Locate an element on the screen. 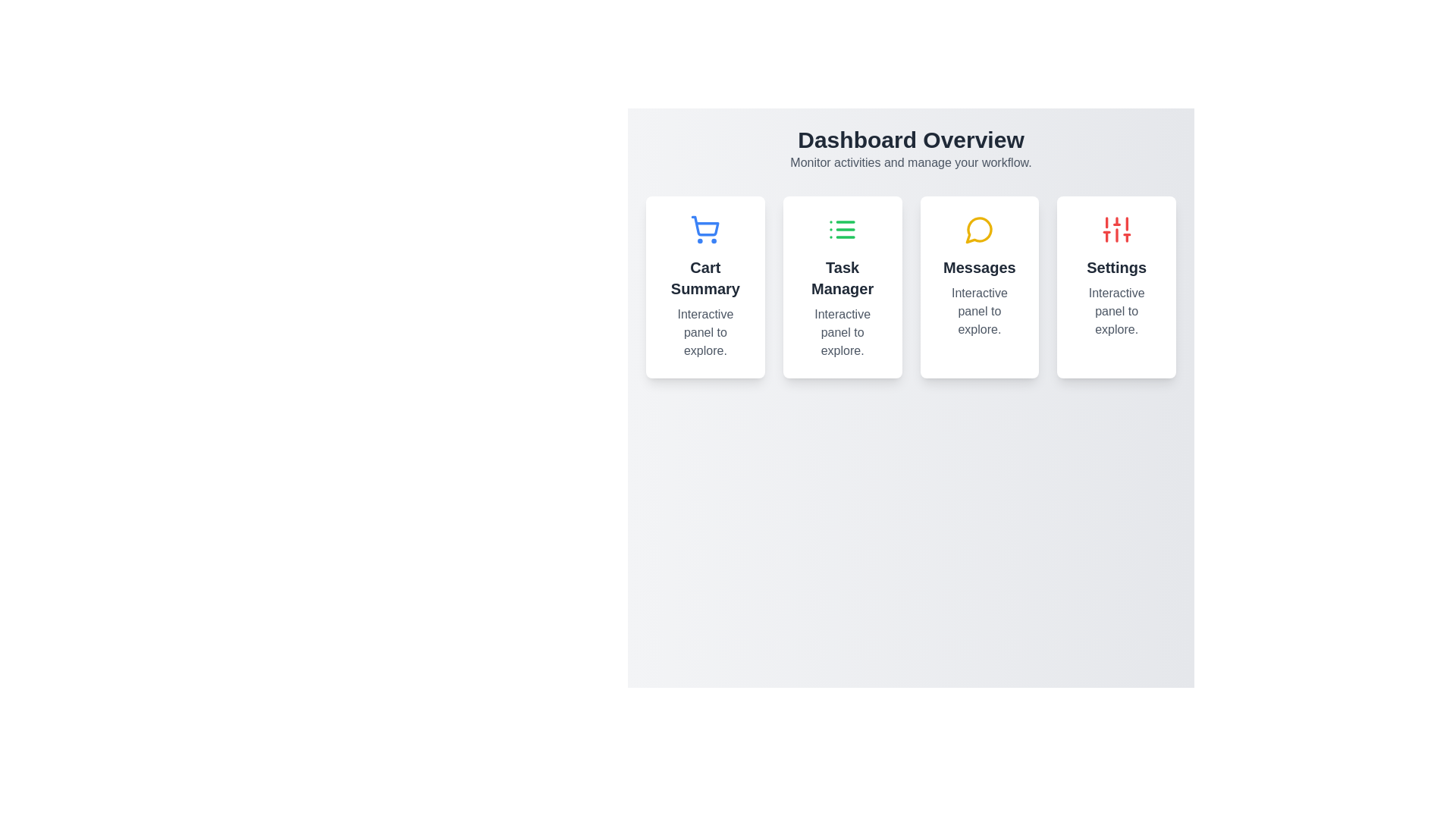 Image resolution: width=1456 pixels, height=819 pixels. the 'Messages' header text element, which is displayed in bold and large font, centered within its card, and located as the third header among a set of cards is located at coordinates (979, 267).